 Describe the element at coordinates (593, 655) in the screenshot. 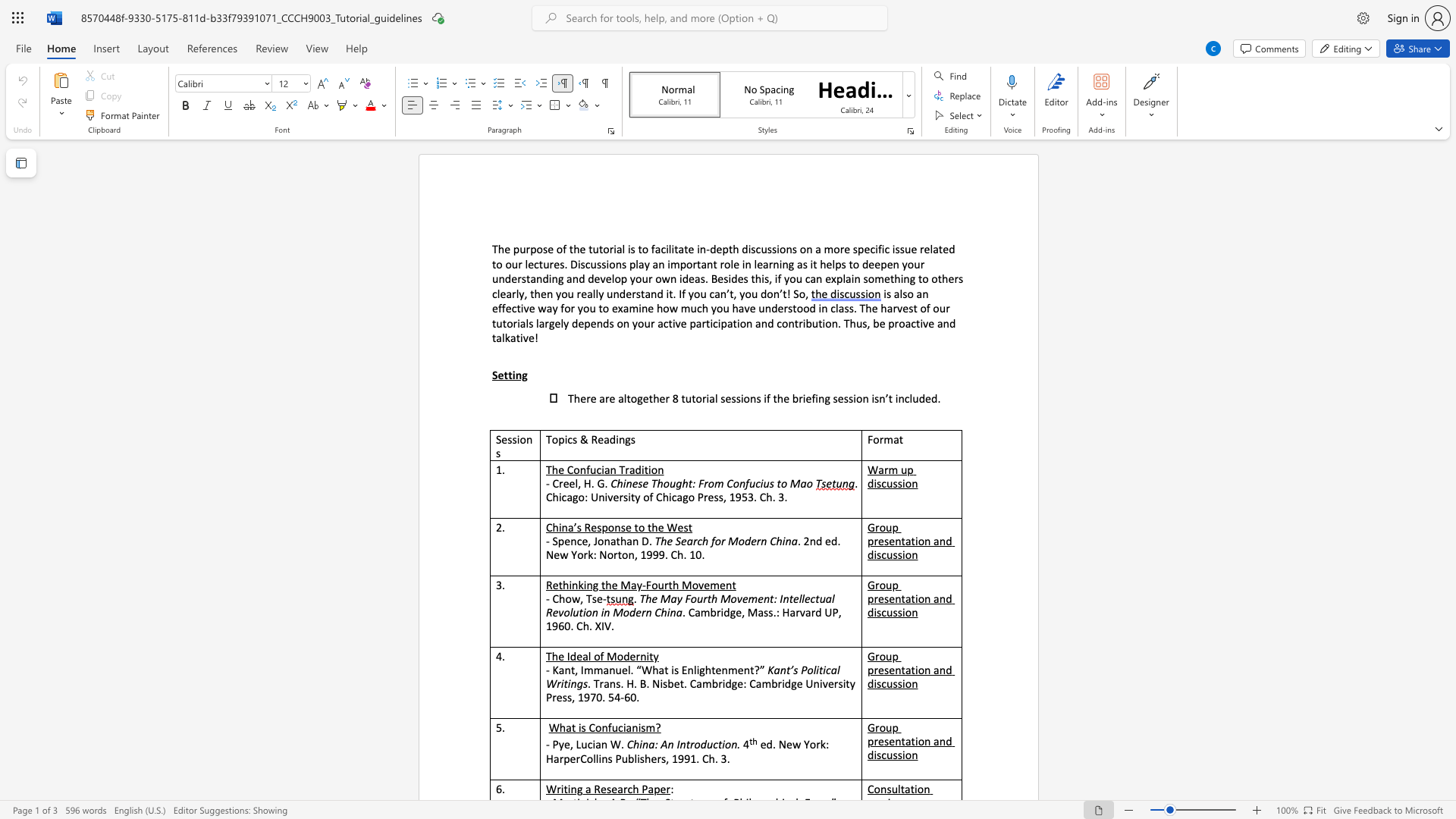

I see `the subset text "of M" within the text "The Ideal of Modernity"` at that location.